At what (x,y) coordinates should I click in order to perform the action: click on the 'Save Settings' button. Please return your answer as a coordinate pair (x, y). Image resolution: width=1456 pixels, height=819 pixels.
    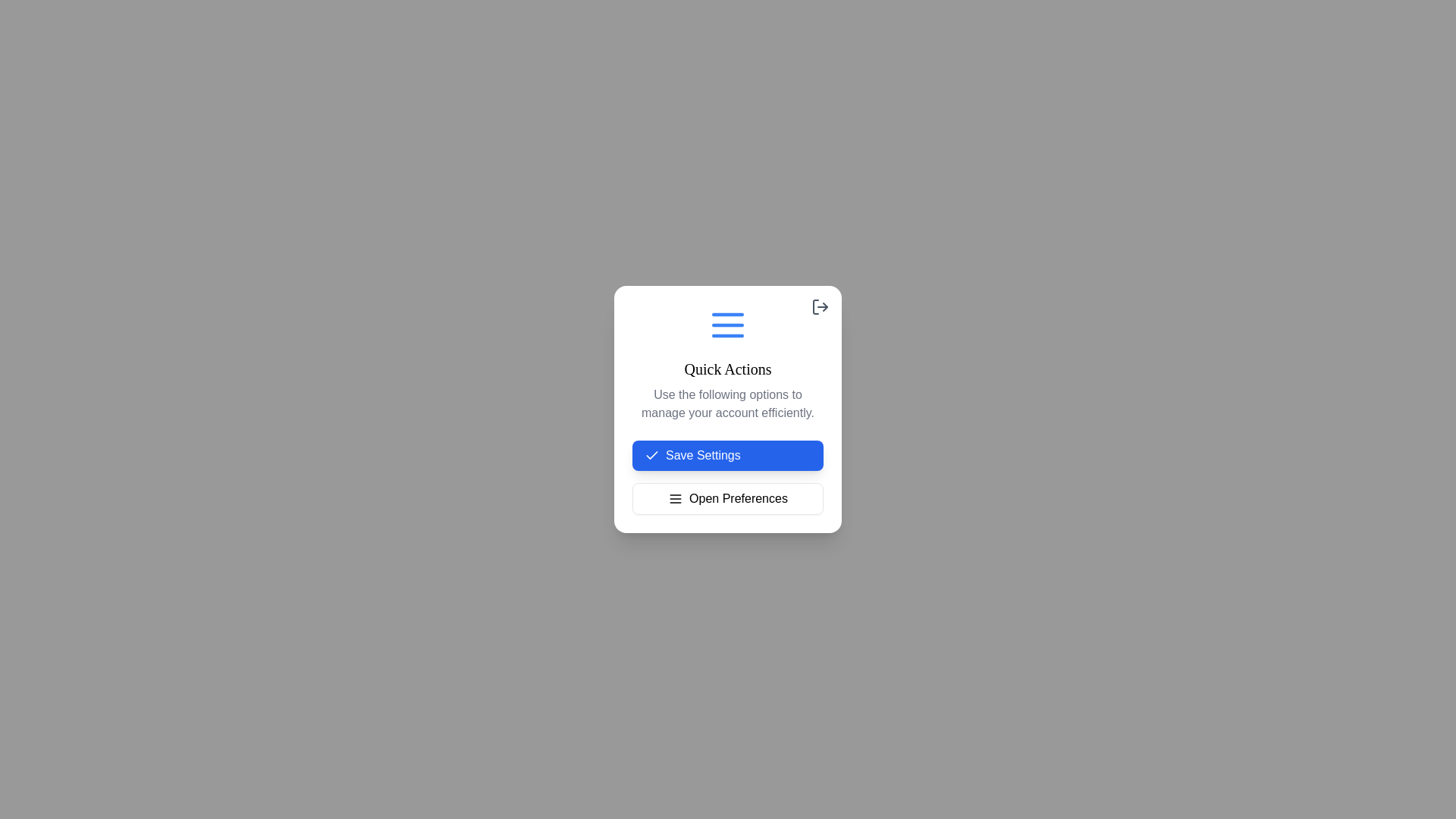
    Looking at the image, I should click on (728, 455).